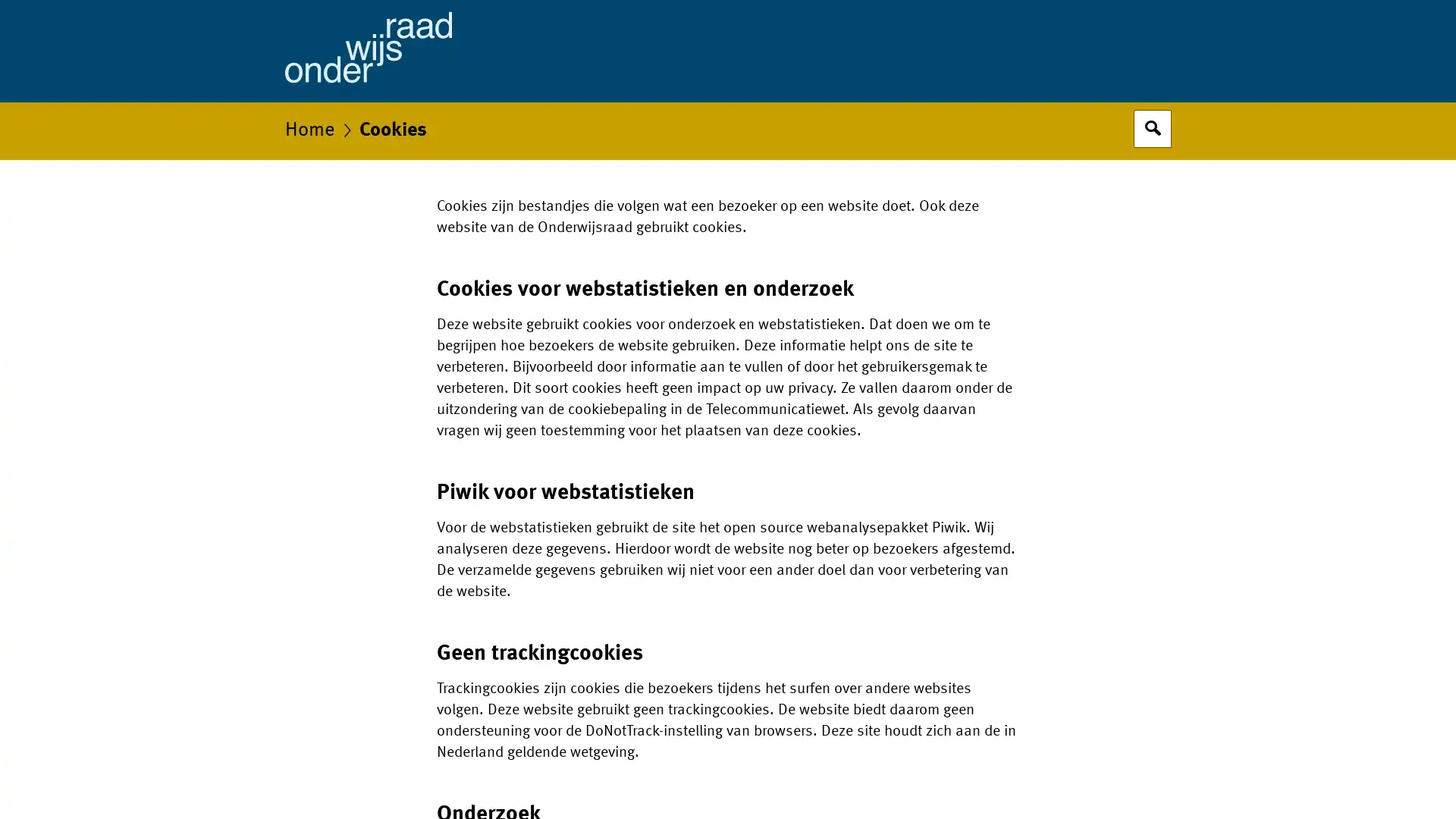 This screenshot has width=1456, height=819. What do you see at coordinates (1153, 127) in the screenshot?
I see `Open zoekveld` at bounding box center [1153, 127].